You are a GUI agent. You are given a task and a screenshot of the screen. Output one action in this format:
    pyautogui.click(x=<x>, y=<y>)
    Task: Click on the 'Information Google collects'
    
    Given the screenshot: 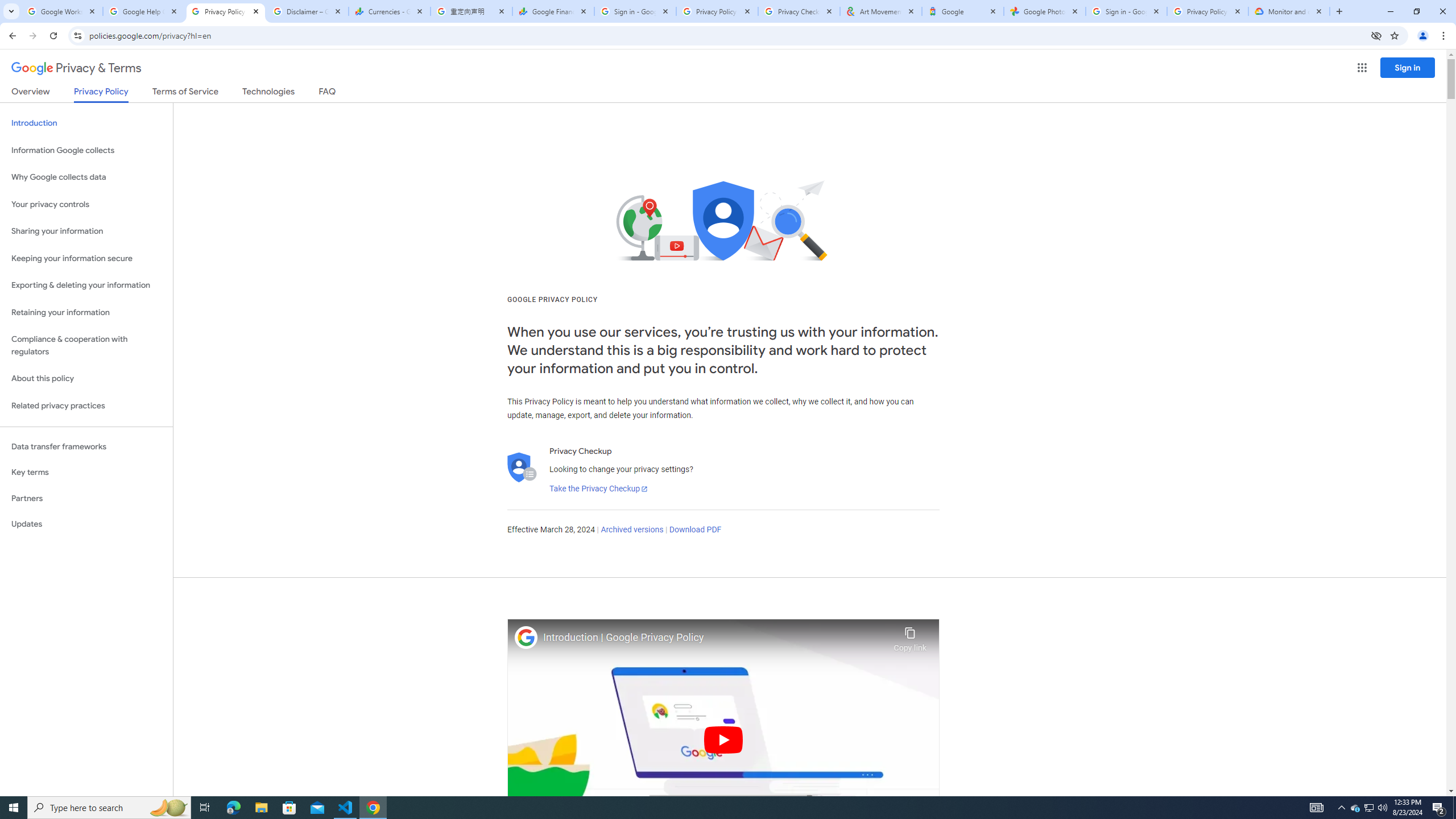 What is the action you would take?
    pyautogui.click(x=86, y=150)
    